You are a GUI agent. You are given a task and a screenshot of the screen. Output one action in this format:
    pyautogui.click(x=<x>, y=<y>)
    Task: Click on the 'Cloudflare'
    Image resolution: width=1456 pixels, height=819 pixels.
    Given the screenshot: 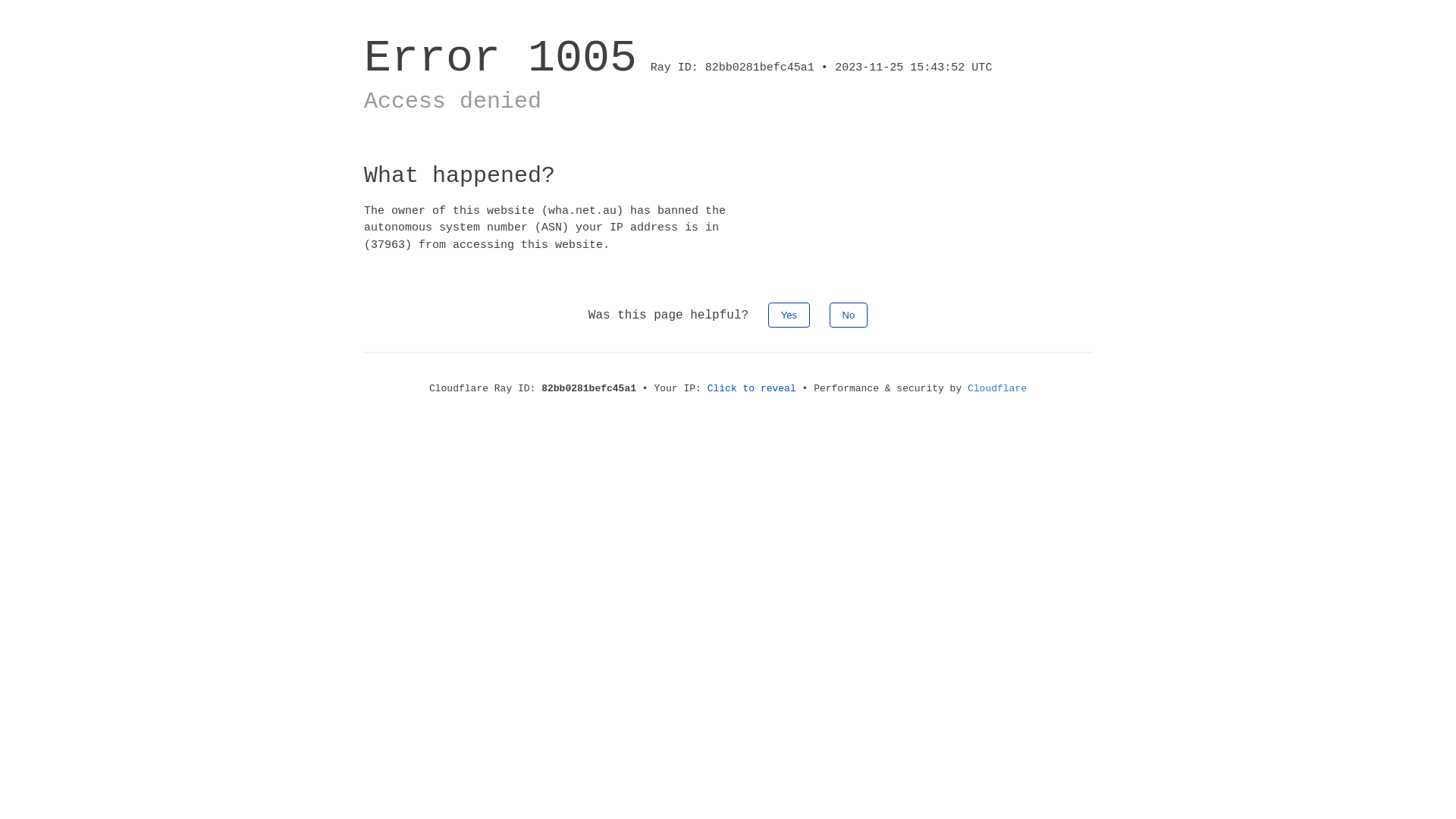 What is the action you would take?
    pyautogui.click(x=997, y=388)
    